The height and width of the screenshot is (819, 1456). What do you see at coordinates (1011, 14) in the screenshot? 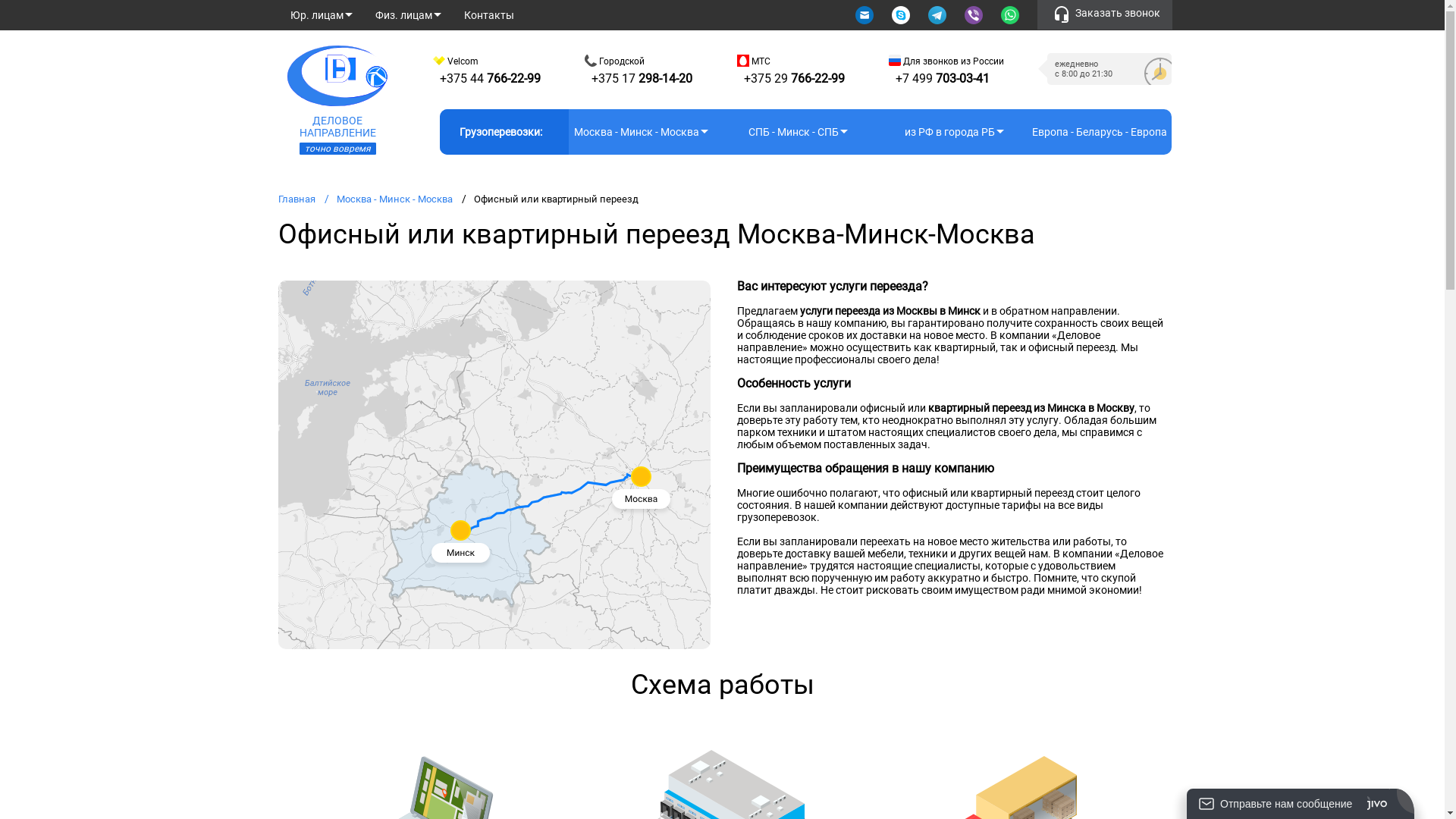
I see `'WhatsApp'` at bounding box center [1011, 14].